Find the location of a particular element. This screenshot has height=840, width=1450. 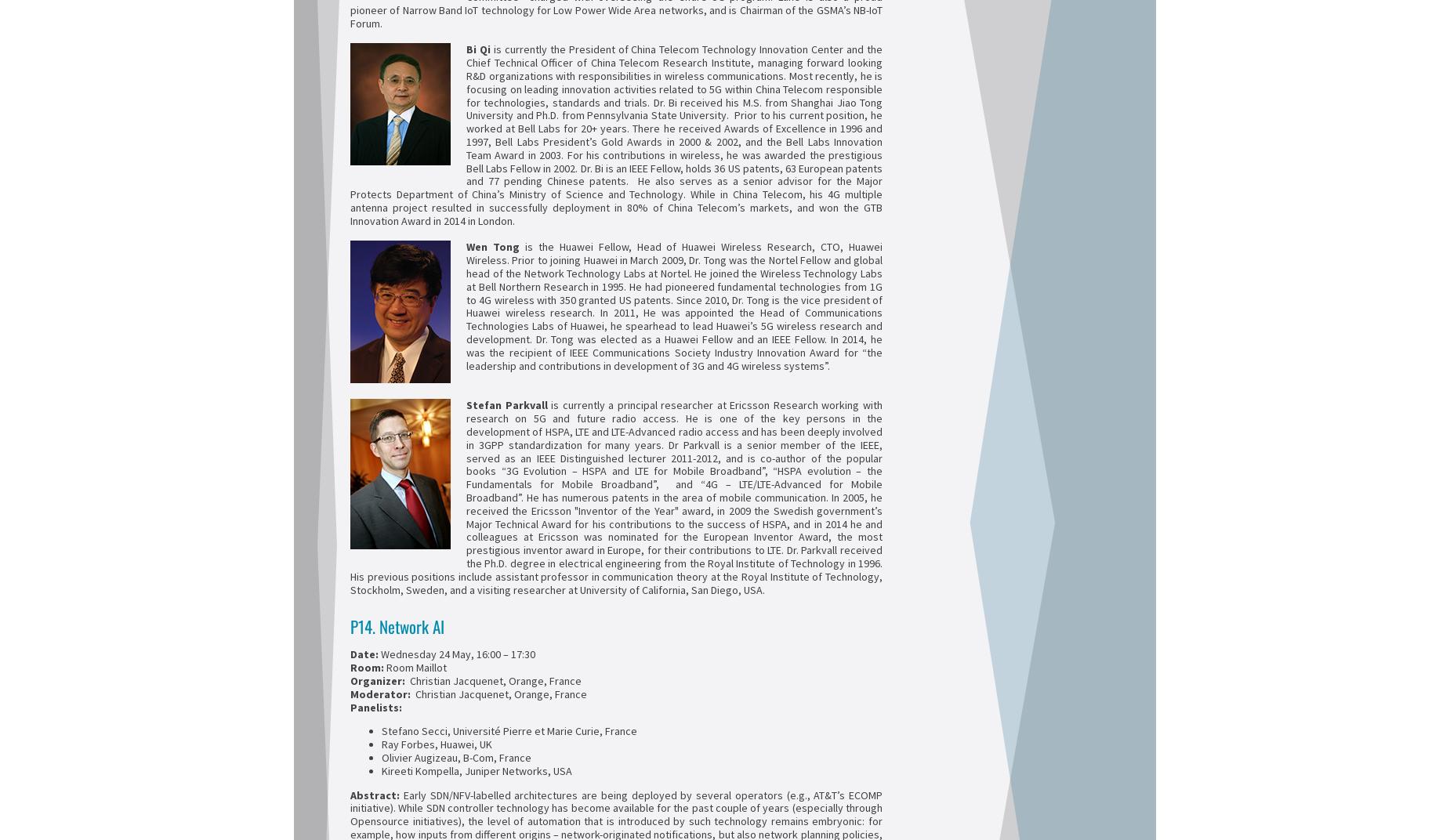

'is currently a principal researcher at Ericsson Research working with research on 5G and future radio access. He is one of the key persons in the development of HSPA, LTE and LTE-Advanced radio access and has been deeply involved in 3GPP standardization for many years. Dr Parkvall is a senior member of the IEEE, served as an IEEE Distinguished lecturer 2011-2012, and is co-author of the popular books “3G Evolution – HSPA and LTE for Mobile Broadband”, “HSPA evolution – the Fundamentals for Mobile Broadband”,  and “4G – LTE/LTE-Advanced for Mobile Broadband”. He has numerous patents in the area of mobile communication. In 2005, he received the Ericsson "Inventor of the Year" award, in 2009 the Swedish government’s Major Technical Award for his contributions to the success of HSPA, and in 2014 he and colleagues at Ericsson was nominated for the European Inventor Award, the most prestigious inventor award in Europe, for their contributions to LTE. Dr. Parkvall received the Ph.D. degree in electrical engineering from the Royal Institute of Technology in 1996. His previous positions include assistant professor in communication theory at the Royal Institute of Technology, Stockholm, Sweden, and a visiting researcher at University of California, San Diego, USA.' is located at coordinates (349, 497).